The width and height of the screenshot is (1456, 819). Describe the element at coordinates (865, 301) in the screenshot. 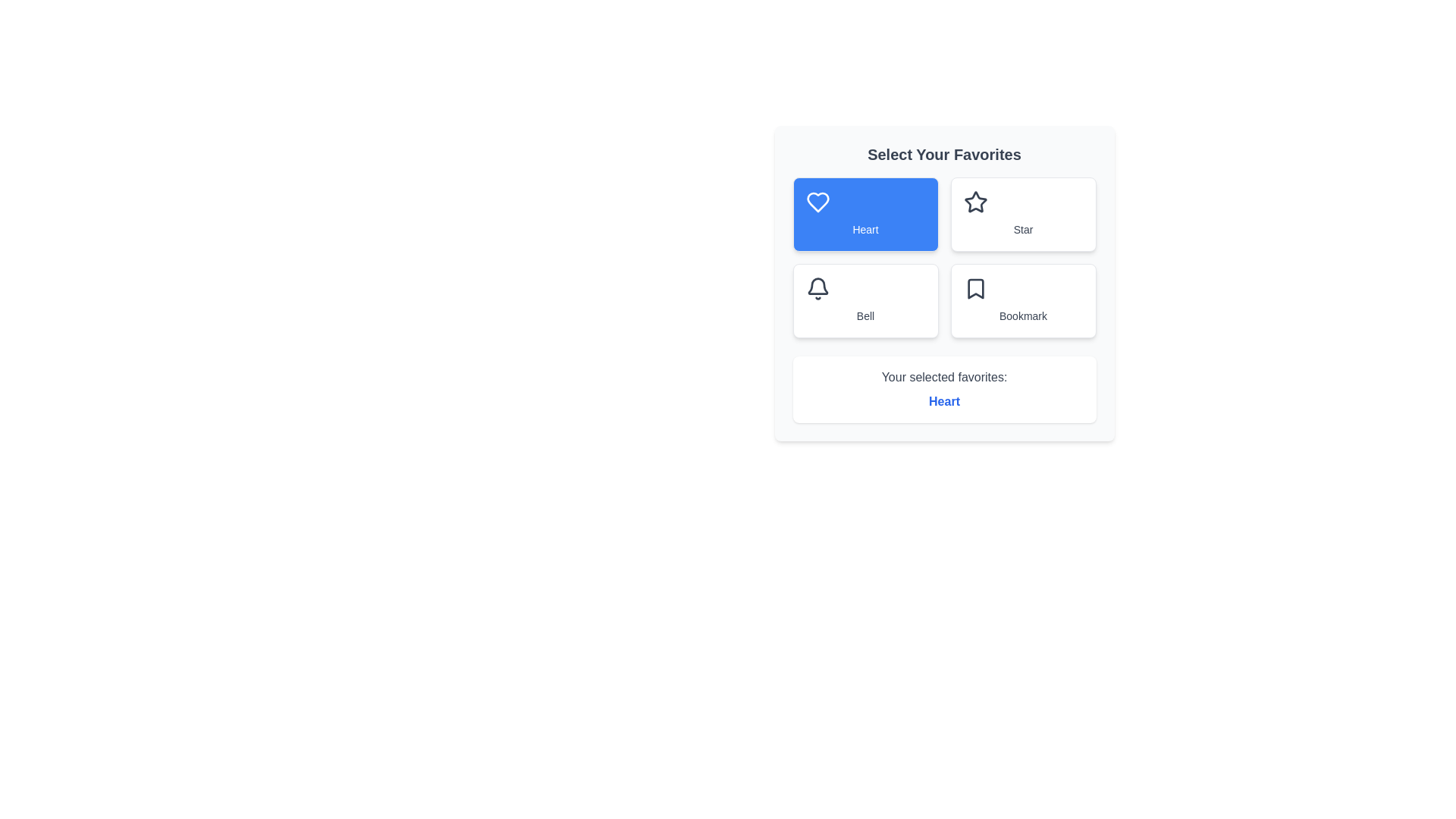

I see `the favorite icon Bell` at that location.